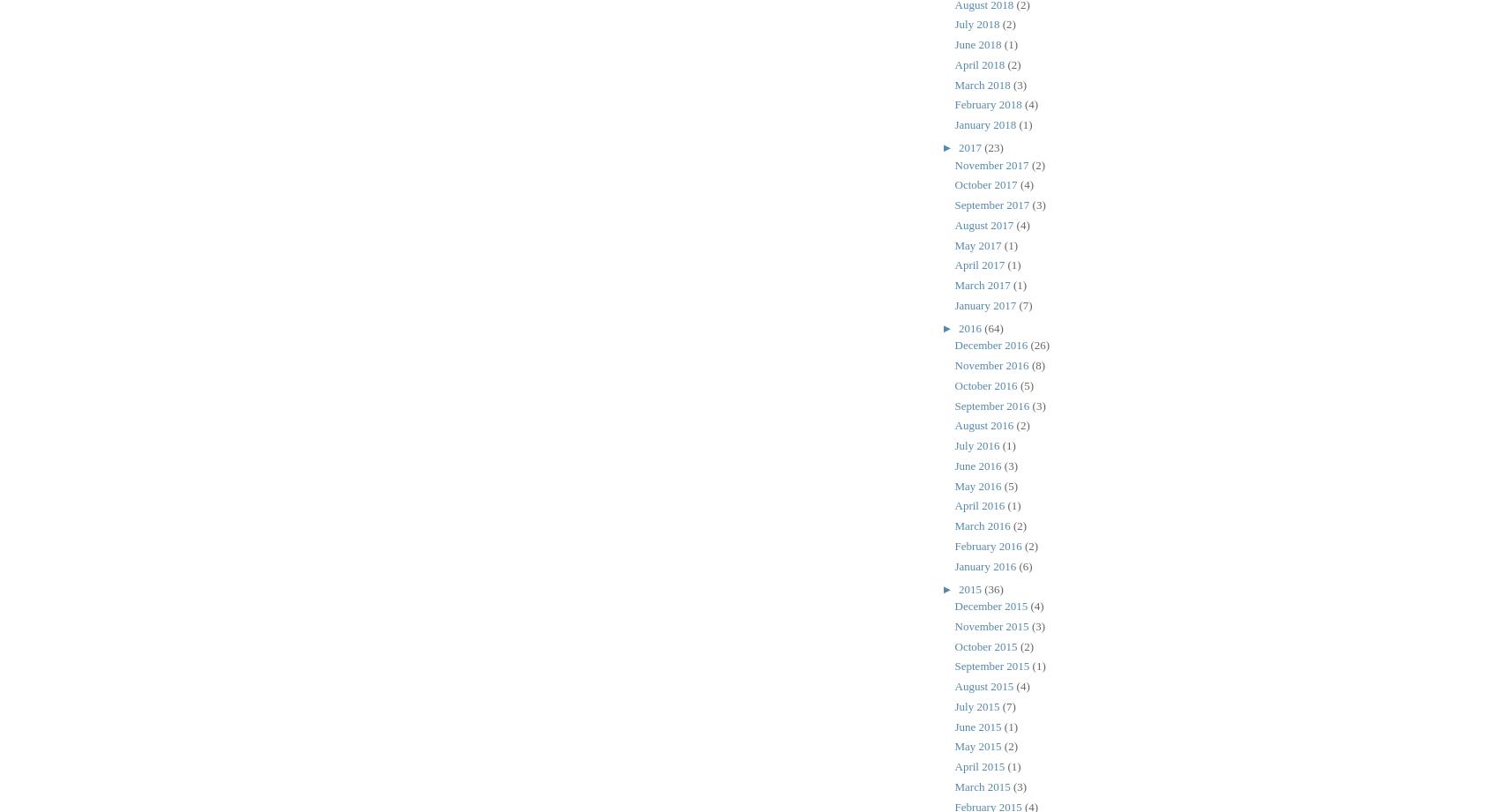  I want to click on '(8)', so click(1038, 365).